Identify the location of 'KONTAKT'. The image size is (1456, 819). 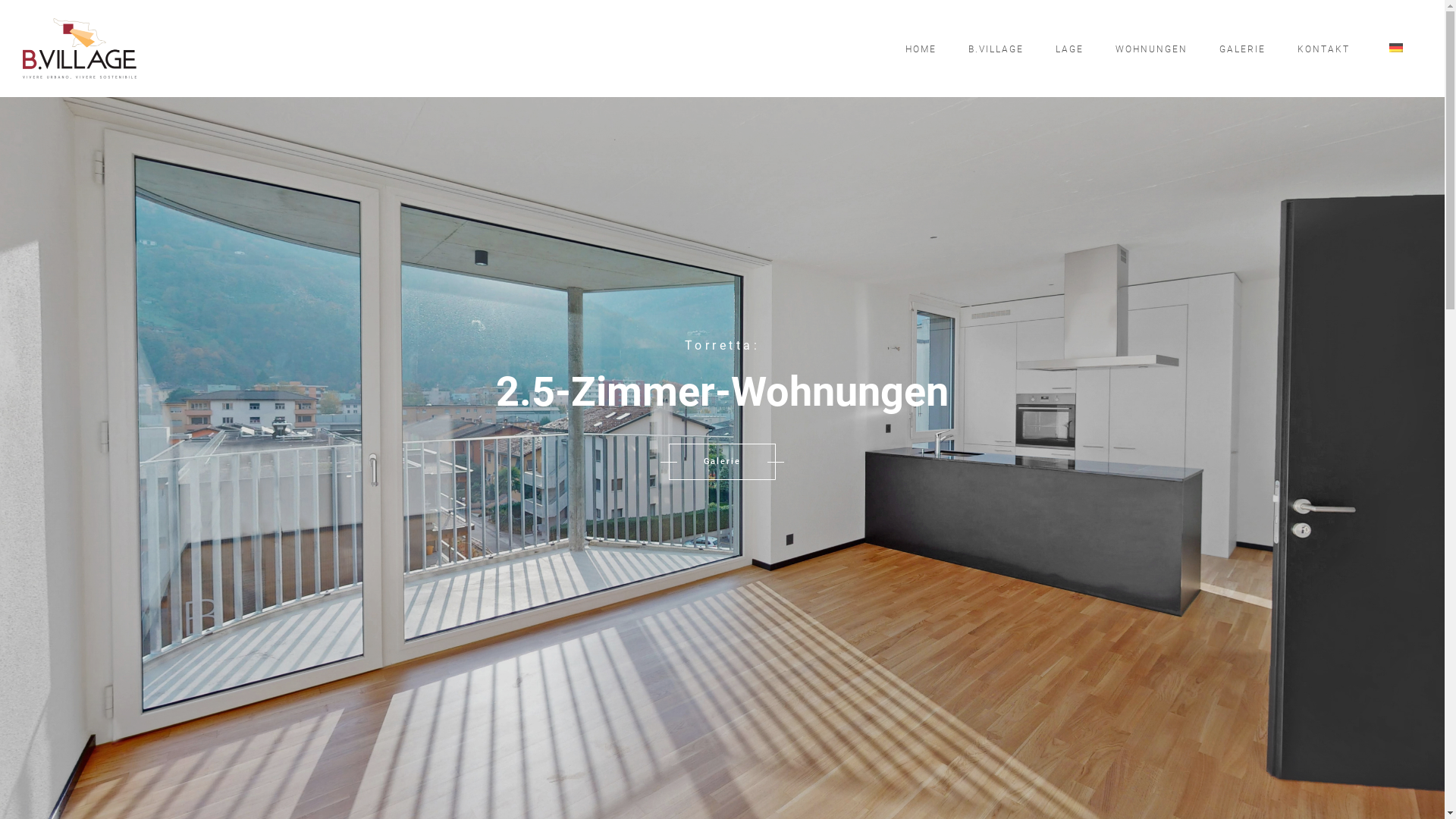
(1323, 49).